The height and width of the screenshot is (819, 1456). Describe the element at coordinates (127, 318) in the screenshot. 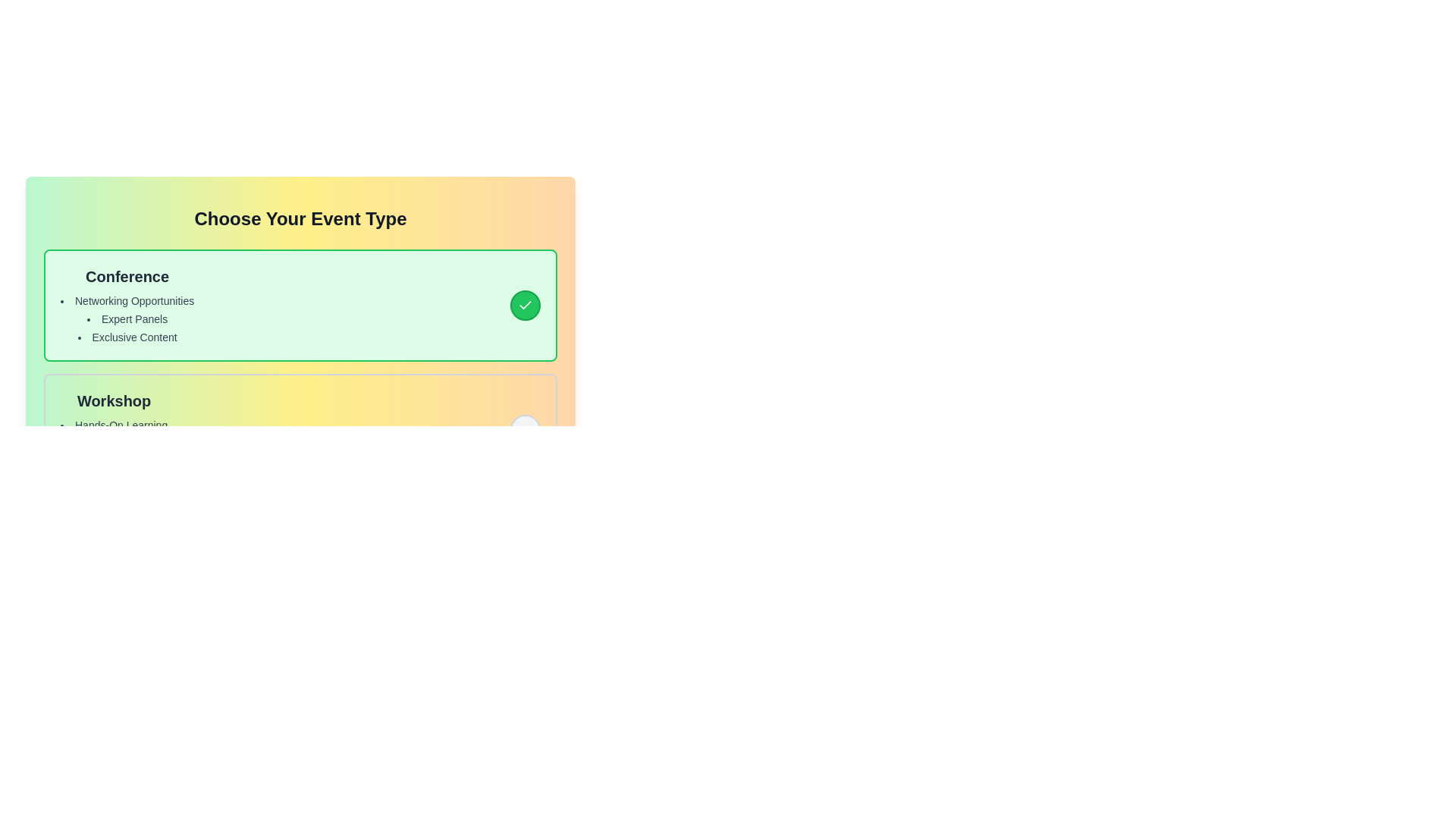

I see `items in the vertical bulleted list under the 'Conference' section, which includes 'Networking Opportunities', 'Expert Panels', and 'Exclusive Content'` at that location.